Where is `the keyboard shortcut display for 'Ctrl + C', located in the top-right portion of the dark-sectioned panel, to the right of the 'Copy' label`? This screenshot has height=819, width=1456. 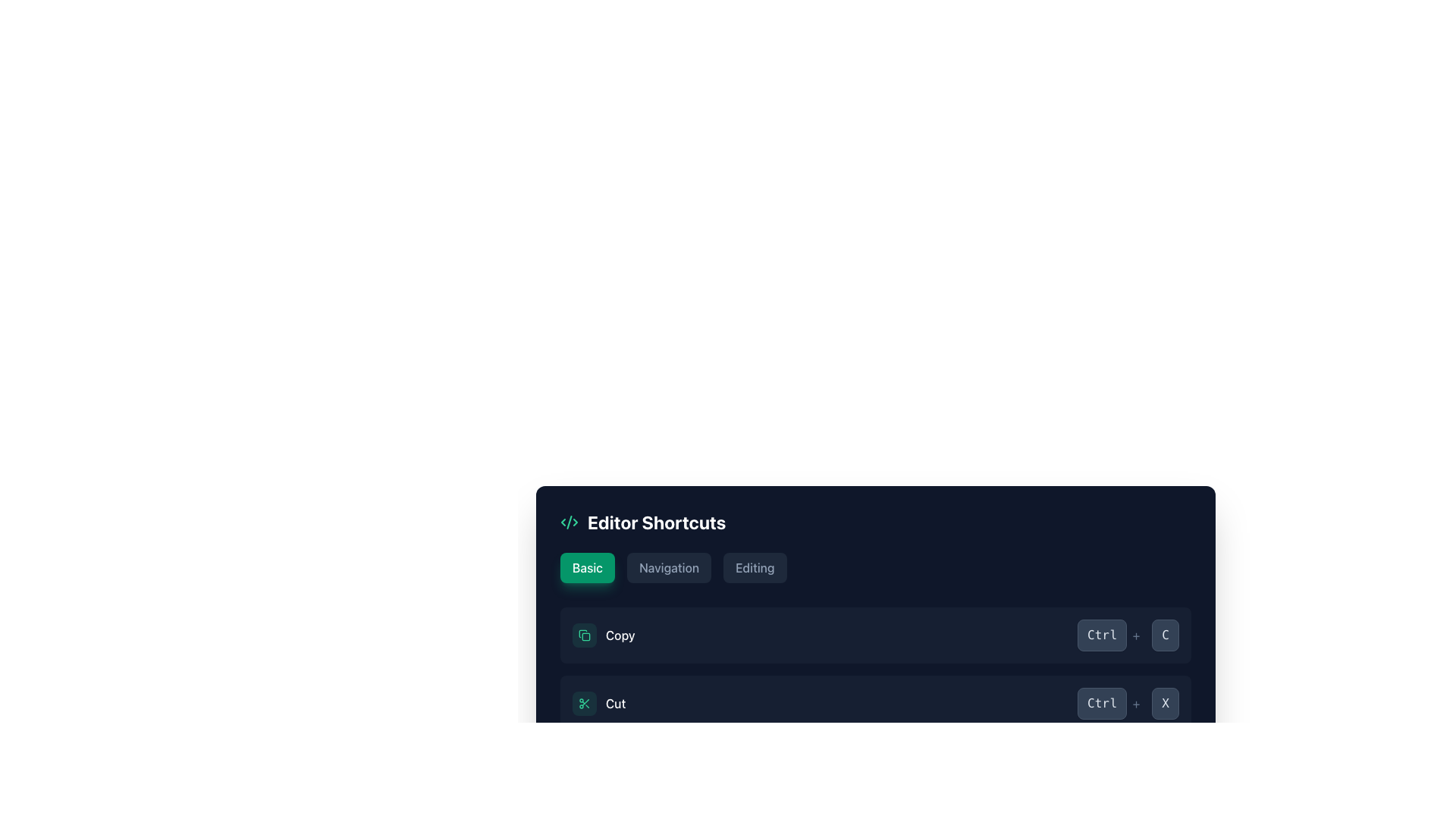
the keyboard shortcut display for 'Ctrl + C', located in the top-right portion of the dark-sectioned panel, to the right of the 'Copy' label is located at coordinates (1128, 635).